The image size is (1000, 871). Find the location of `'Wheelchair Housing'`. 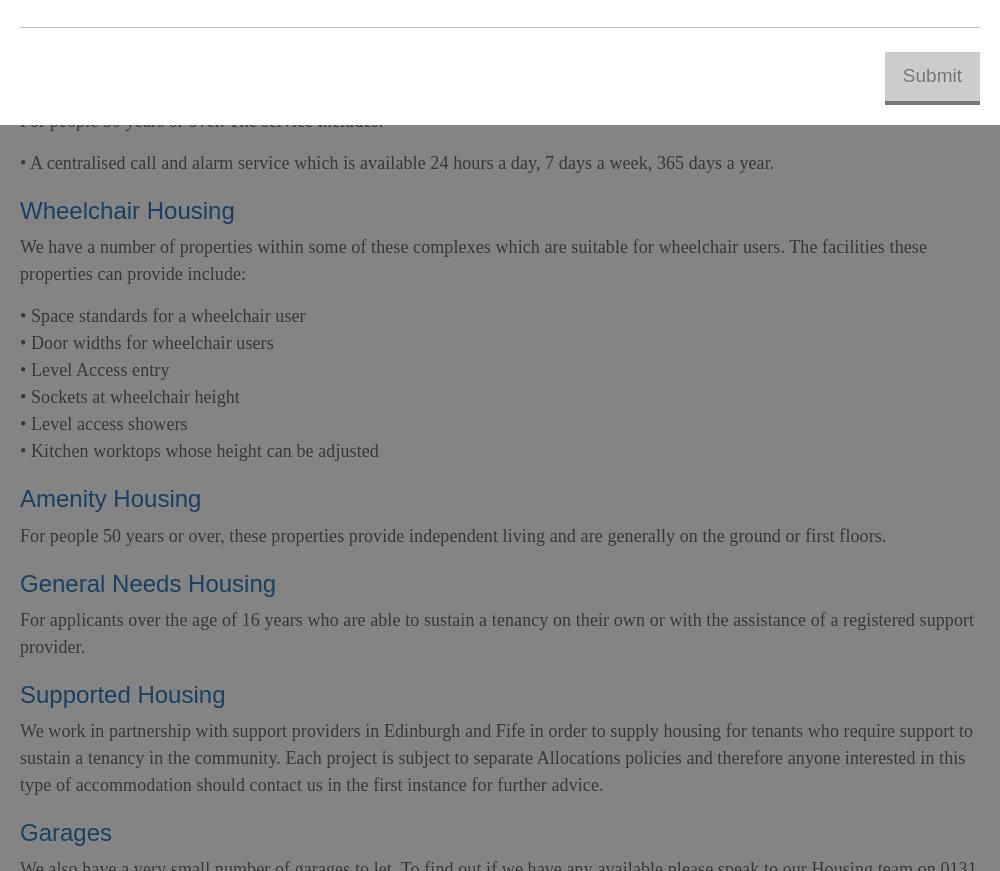

'Wheelchair Housing' is located at coordinates (127, 210).